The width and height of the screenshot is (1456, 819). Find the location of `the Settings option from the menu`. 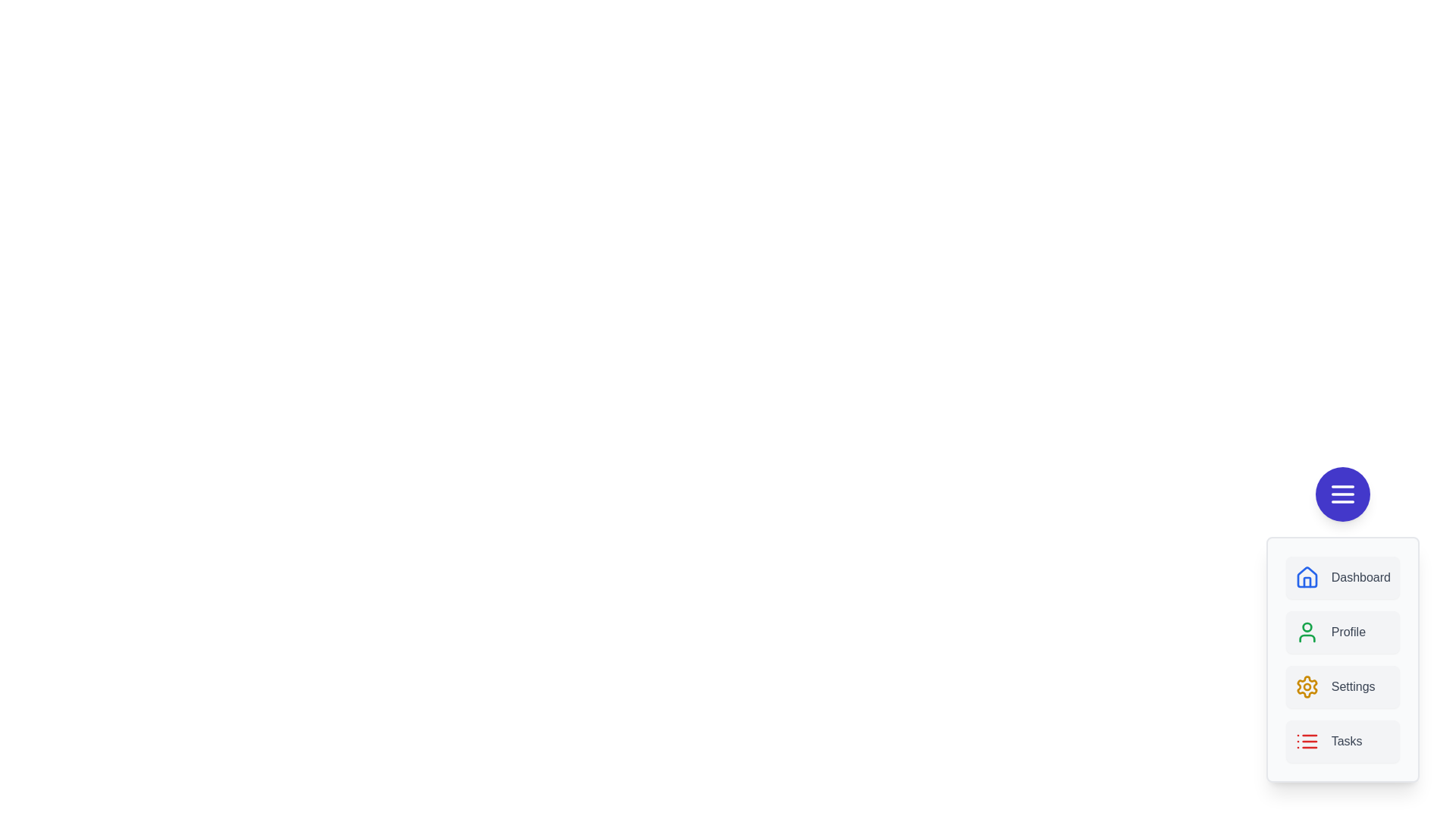

the Settings option from the menu is located at coordinates (1342, 687).